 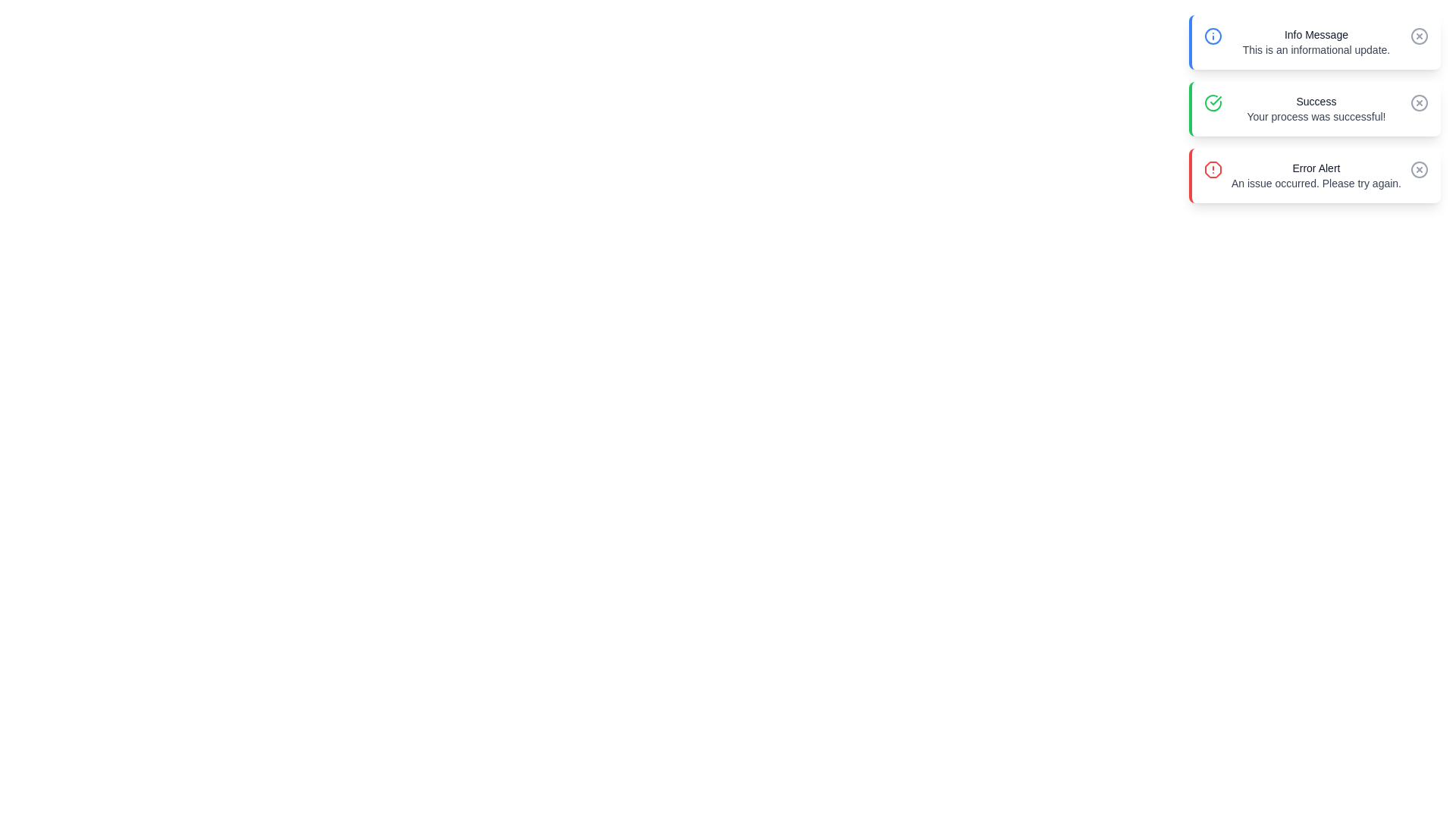 What do you see at coordinates (1419, 169) in the screenshot?
I see `the dismiss button of the 'Error Alert' notification to change its color` at bounding box center [1419, 169].